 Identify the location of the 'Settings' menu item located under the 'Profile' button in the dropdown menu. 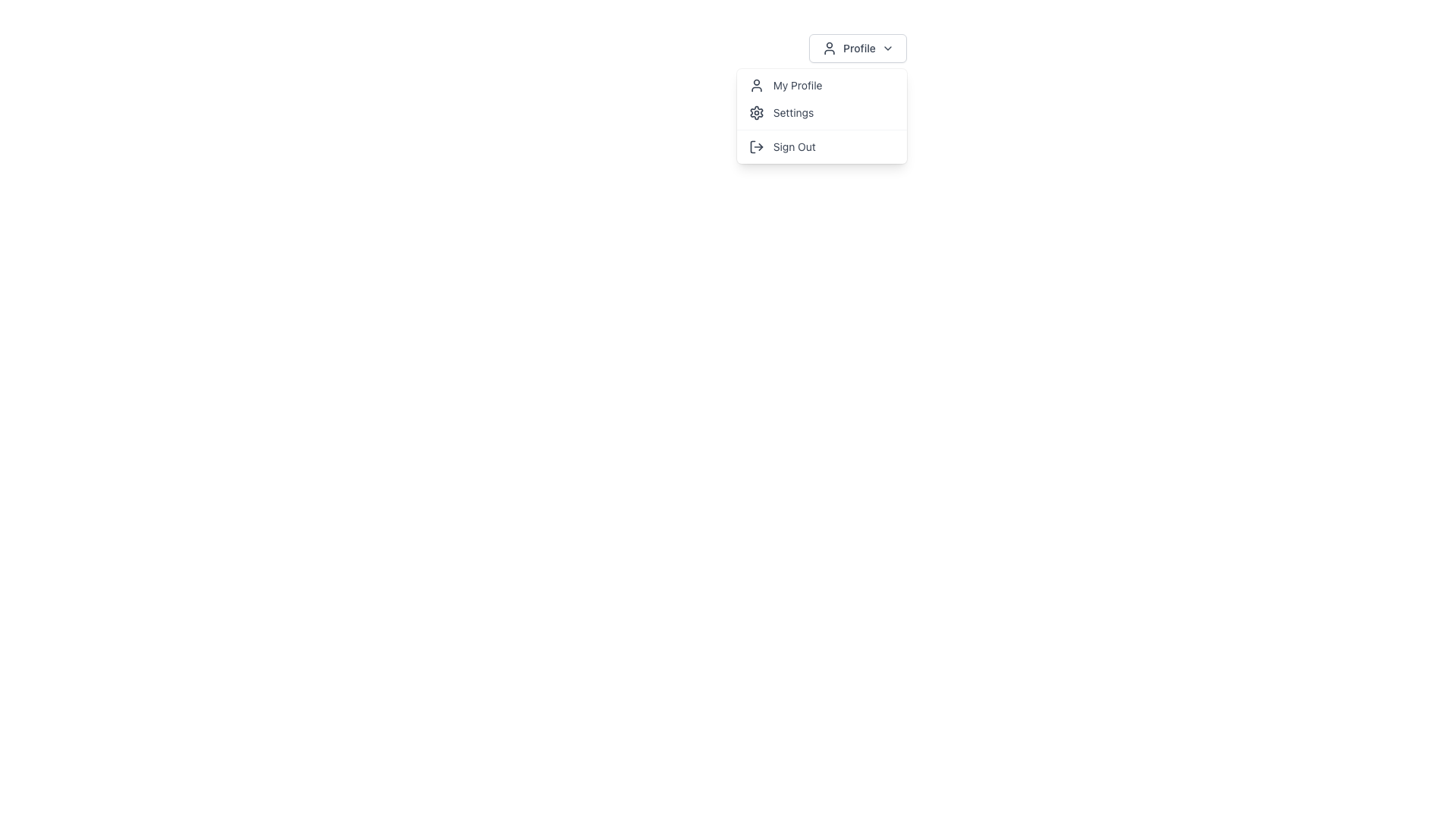
(821, 115).